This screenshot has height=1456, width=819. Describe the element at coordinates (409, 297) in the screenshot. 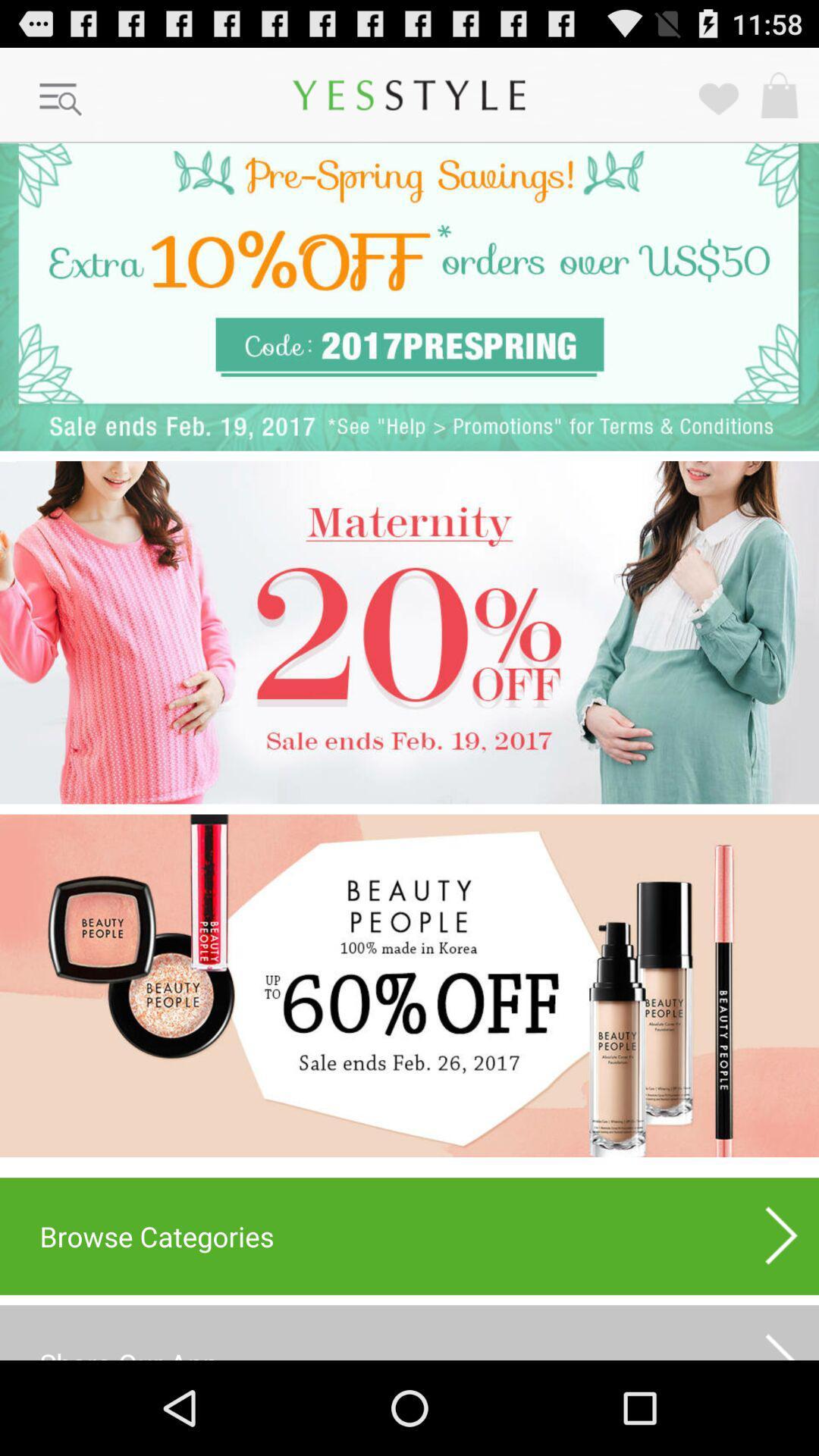

I see `coupon link` at that location.